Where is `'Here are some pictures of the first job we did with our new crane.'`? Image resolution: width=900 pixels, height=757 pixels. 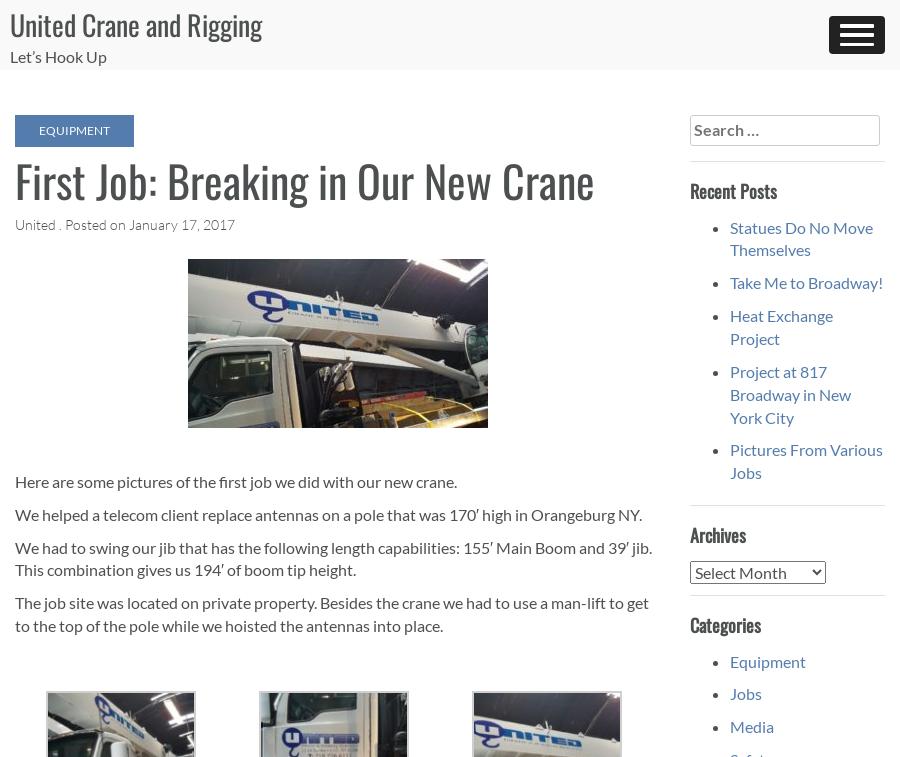 'Here are some pictures of the first job we did with our new crane.' is located at coordinates (234, 480).